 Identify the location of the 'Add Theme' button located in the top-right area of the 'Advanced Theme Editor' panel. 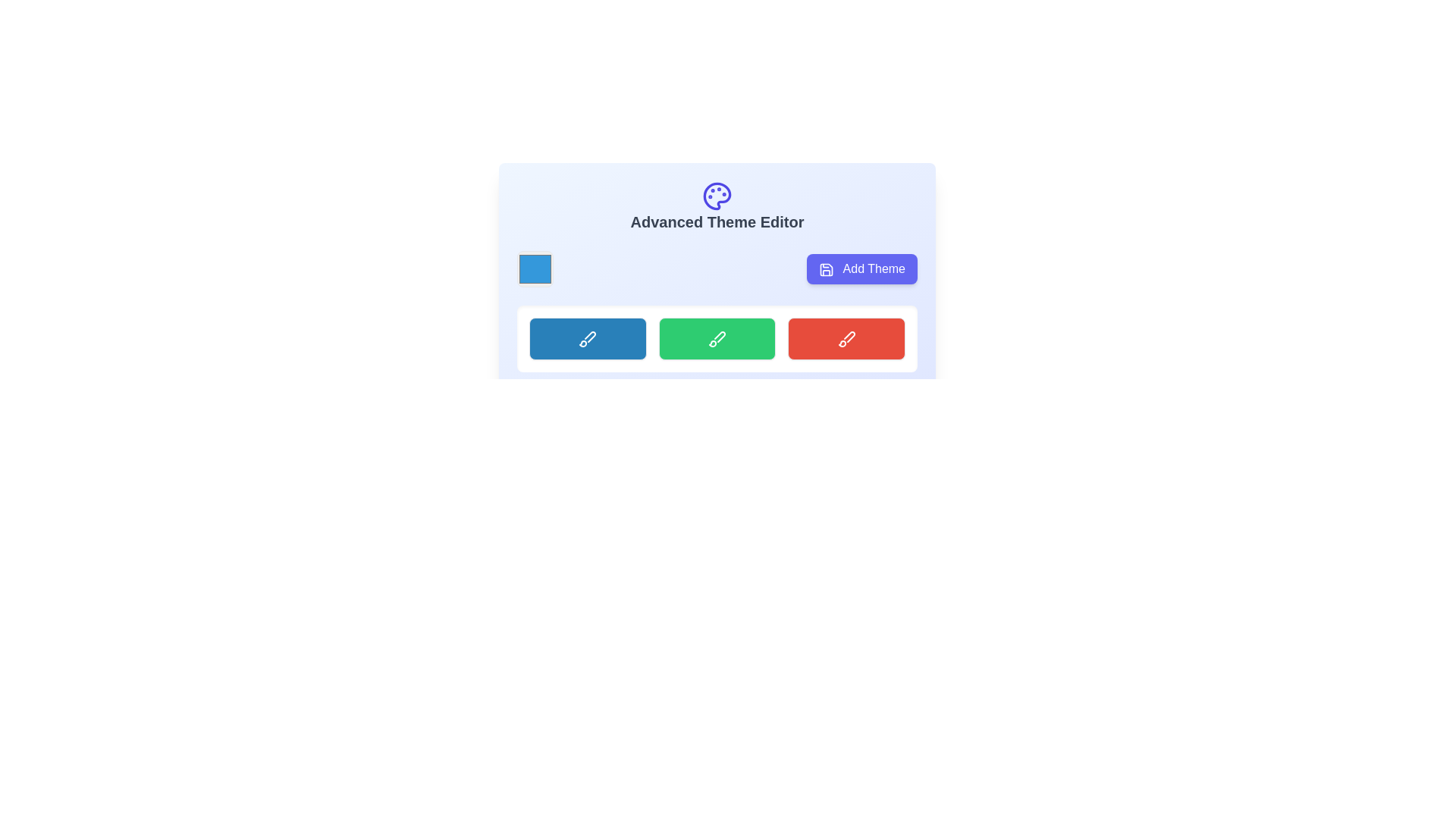
(862, 268).